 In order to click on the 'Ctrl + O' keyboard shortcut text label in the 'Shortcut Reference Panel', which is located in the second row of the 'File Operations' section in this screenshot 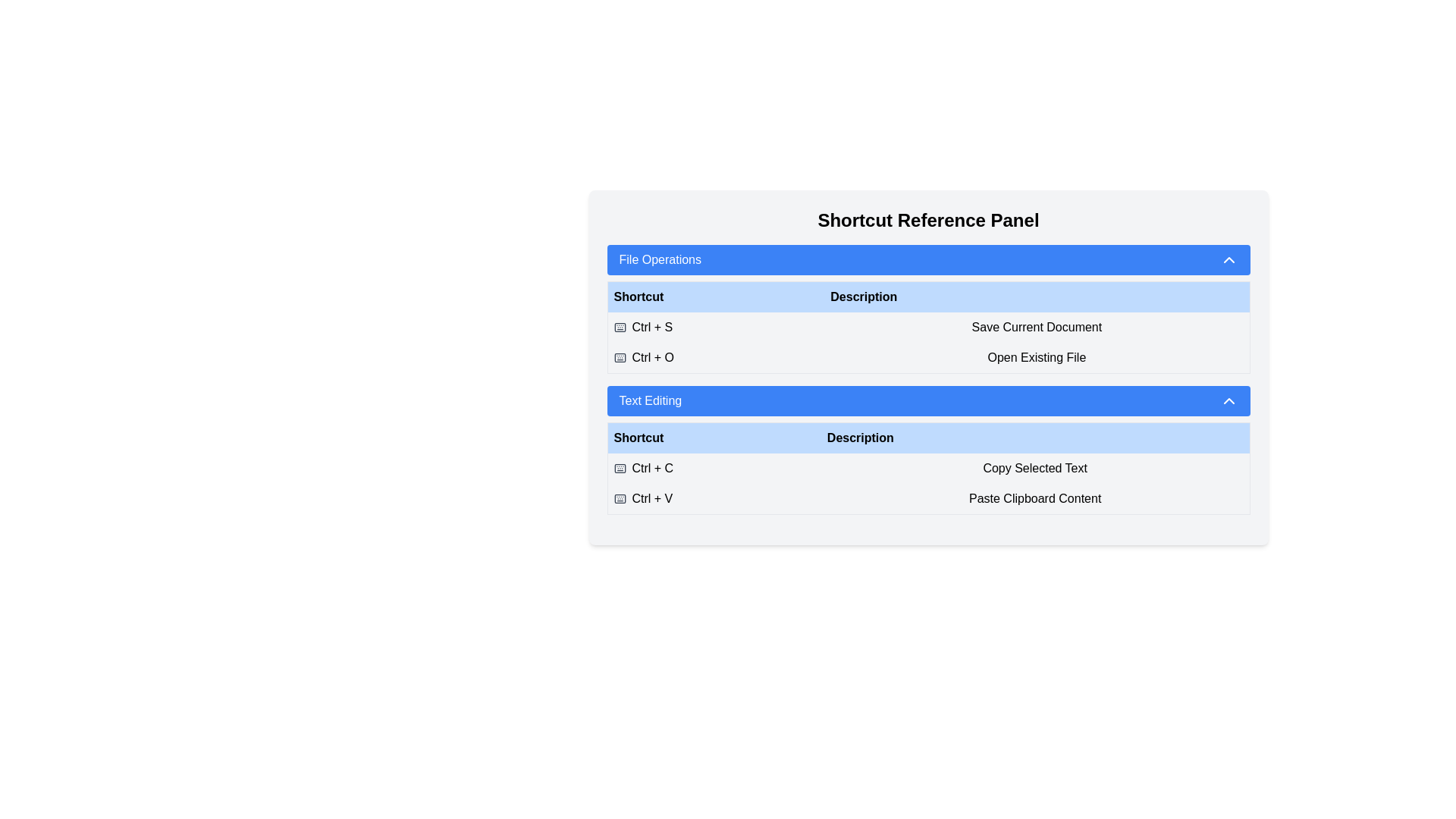, I will do `click(653, 357)`.